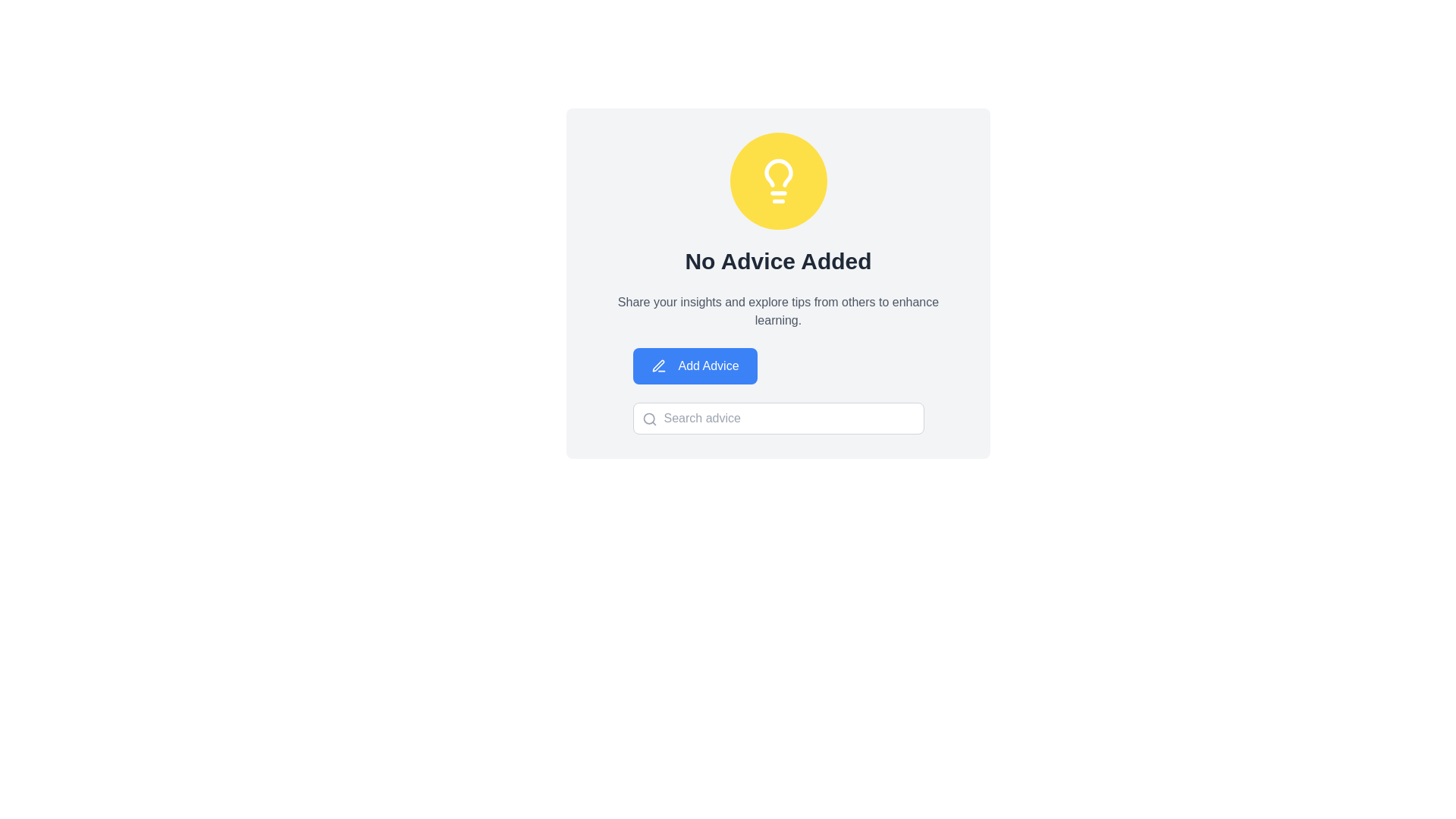 Image resolution: width=1456 pixels, height=819 pixels. I want to click on the button that allows users to add advice, located below the 'No Advice Added' heading and preceding the search bar, so click(694, 366).